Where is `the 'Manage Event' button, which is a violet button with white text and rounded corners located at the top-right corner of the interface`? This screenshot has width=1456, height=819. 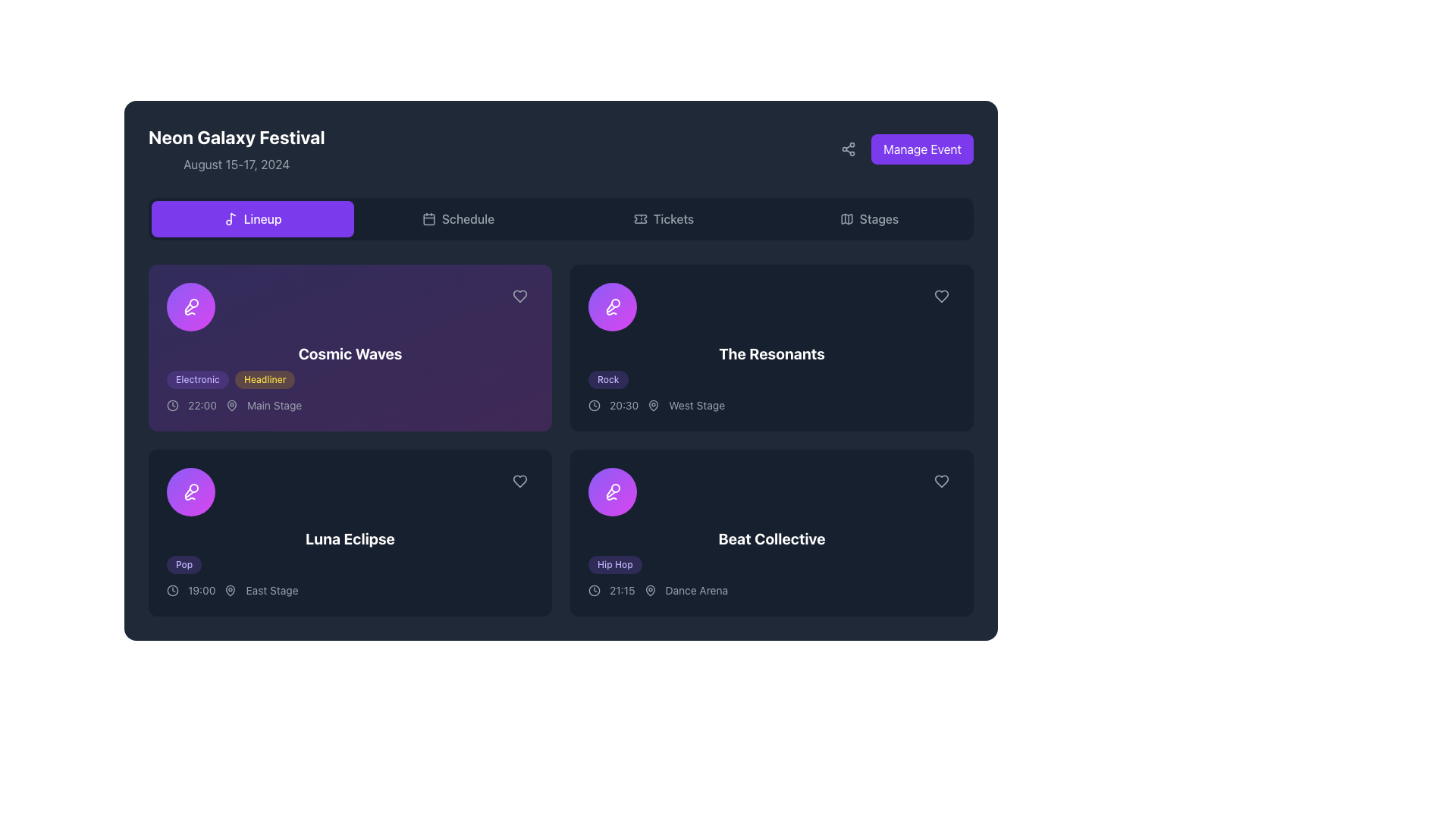 the 'Manage Event' button, which is a violet button with white text and rounded corners located at the top-right corner of the interface is located at coordinates (921, 149).